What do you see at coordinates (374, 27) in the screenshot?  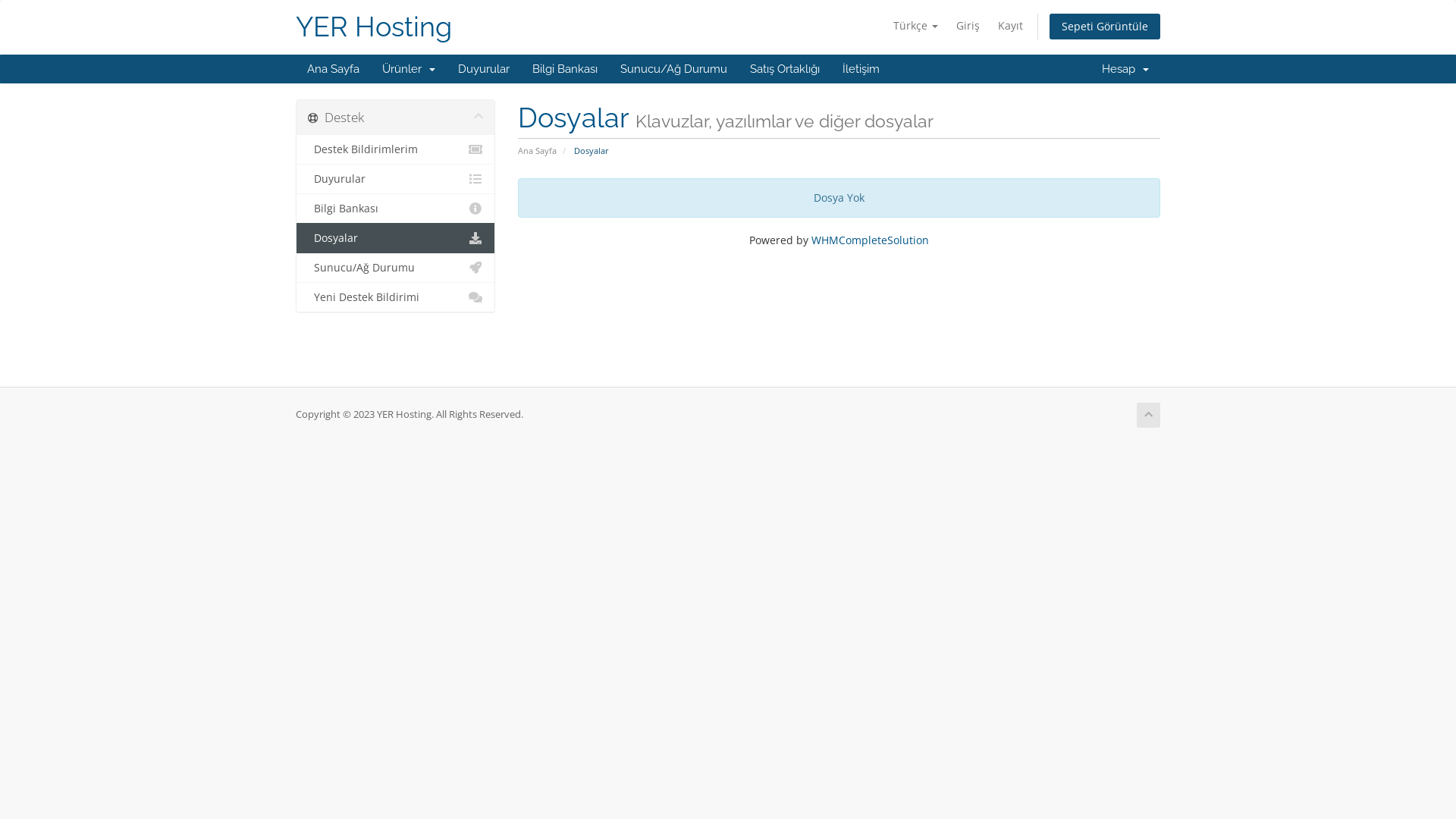 I see `'YER Hosting'` at bounding box center [374, 27].